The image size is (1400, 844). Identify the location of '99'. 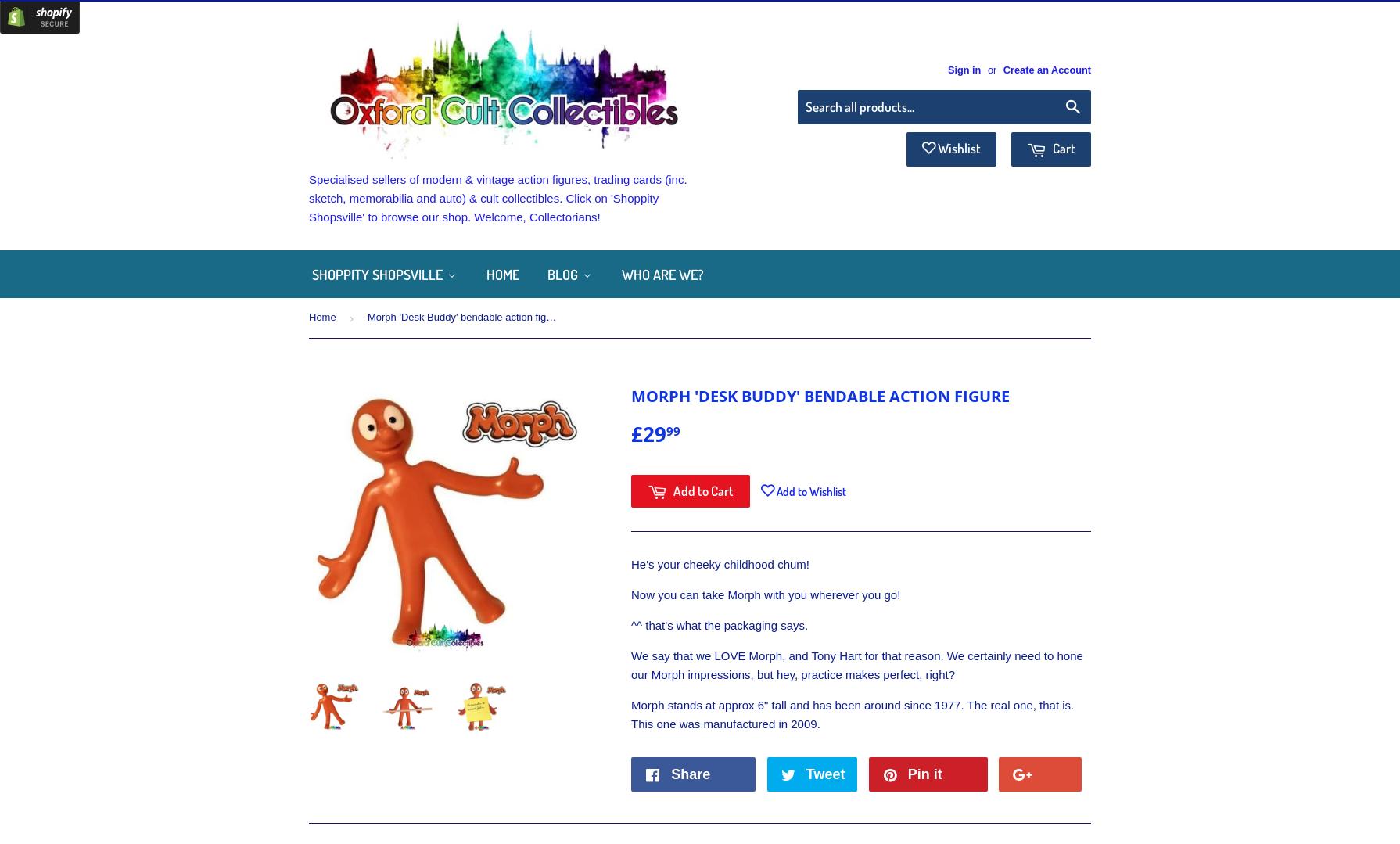
(672, 430).